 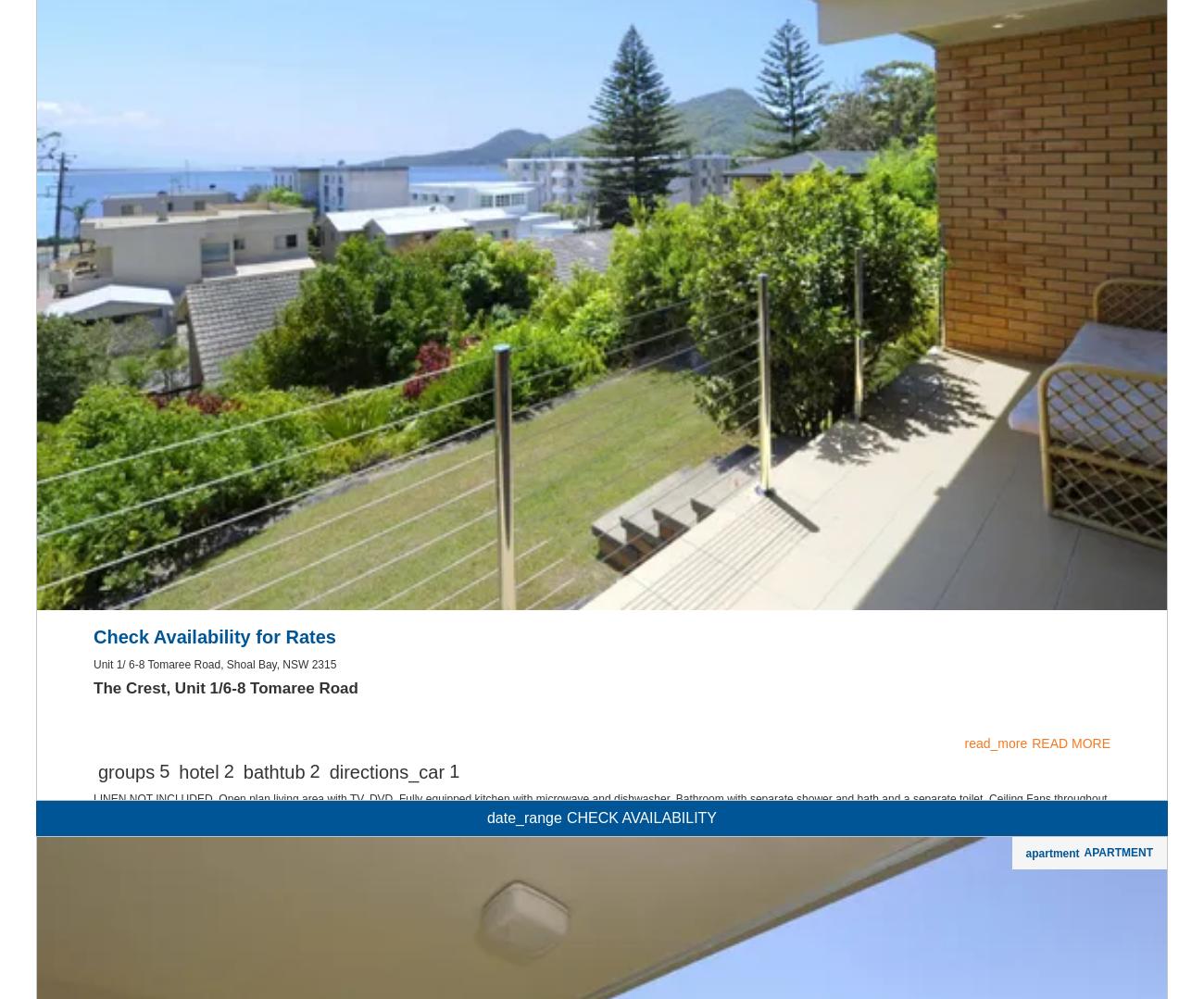 I want to click on 'bathtub', so click(x=273, y=43).